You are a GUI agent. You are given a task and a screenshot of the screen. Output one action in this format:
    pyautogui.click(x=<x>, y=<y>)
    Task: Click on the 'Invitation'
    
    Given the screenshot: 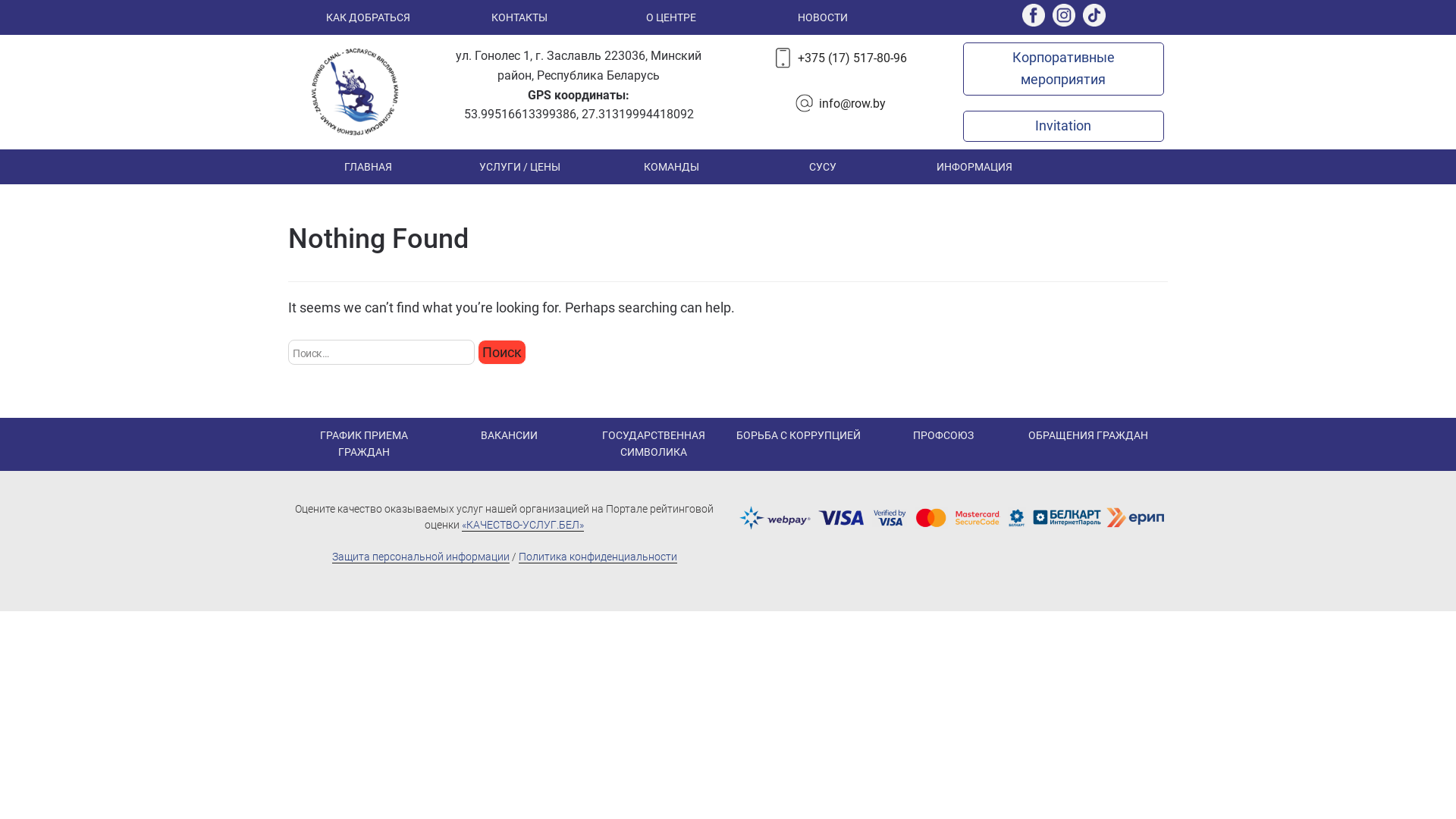 What is the action you would take?
    pyautogui.click(x=1062, y=124)
    